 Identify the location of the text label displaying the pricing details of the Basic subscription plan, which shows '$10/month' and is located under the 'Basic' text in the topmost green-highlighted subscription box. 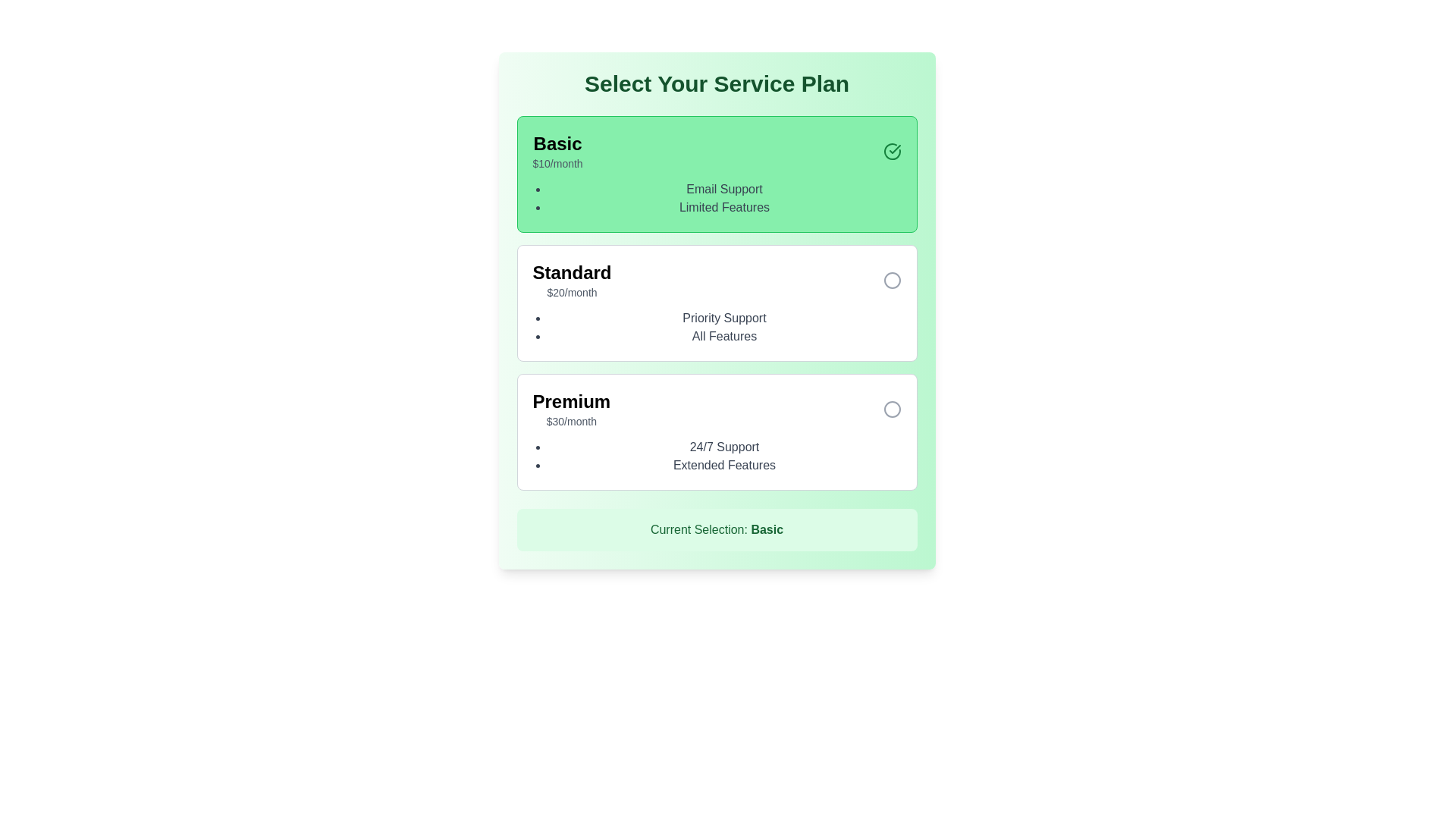
(557, 164).